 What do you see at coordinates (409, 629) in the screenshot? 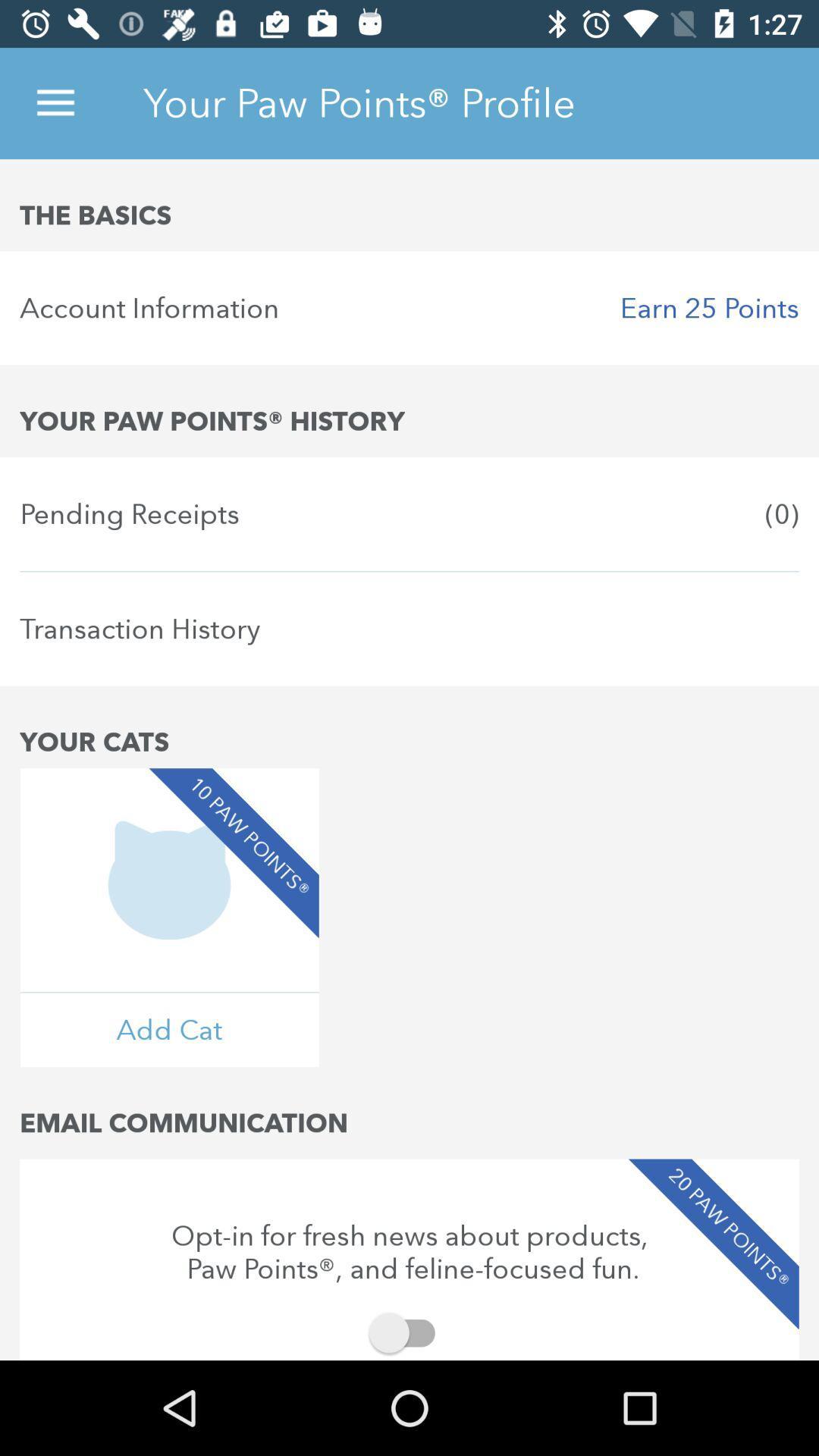
I see `item above the your cats item` at bounding box center [409, 629].